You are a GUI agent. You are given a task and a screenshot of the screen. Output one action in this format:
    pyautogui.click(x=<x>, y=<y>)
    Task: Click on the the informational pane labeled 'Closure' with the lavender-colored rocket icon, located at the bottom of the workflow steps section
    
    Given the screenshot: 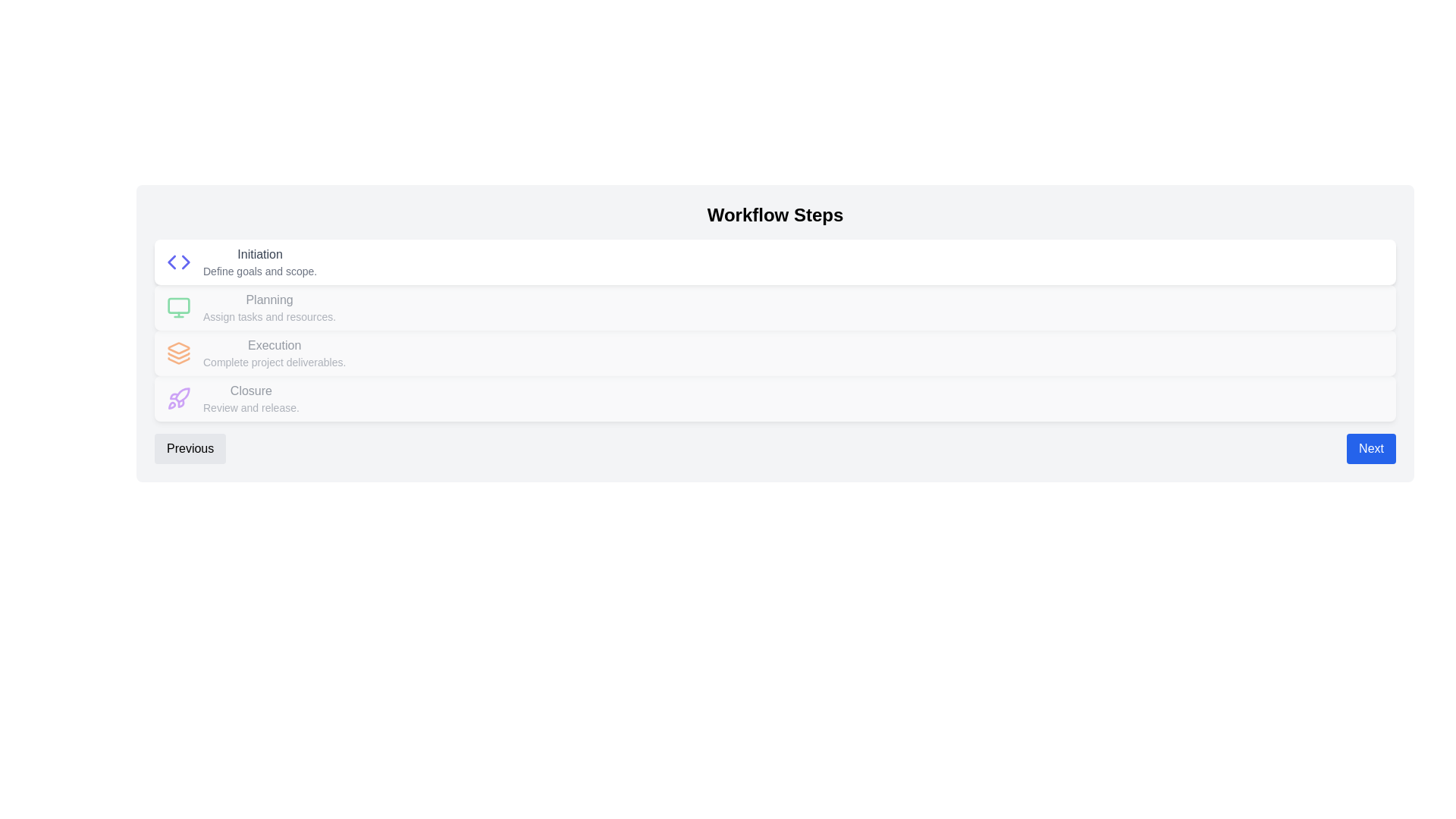 What is the action you would take?
    pyautogui.click(x=775, y=397)
    